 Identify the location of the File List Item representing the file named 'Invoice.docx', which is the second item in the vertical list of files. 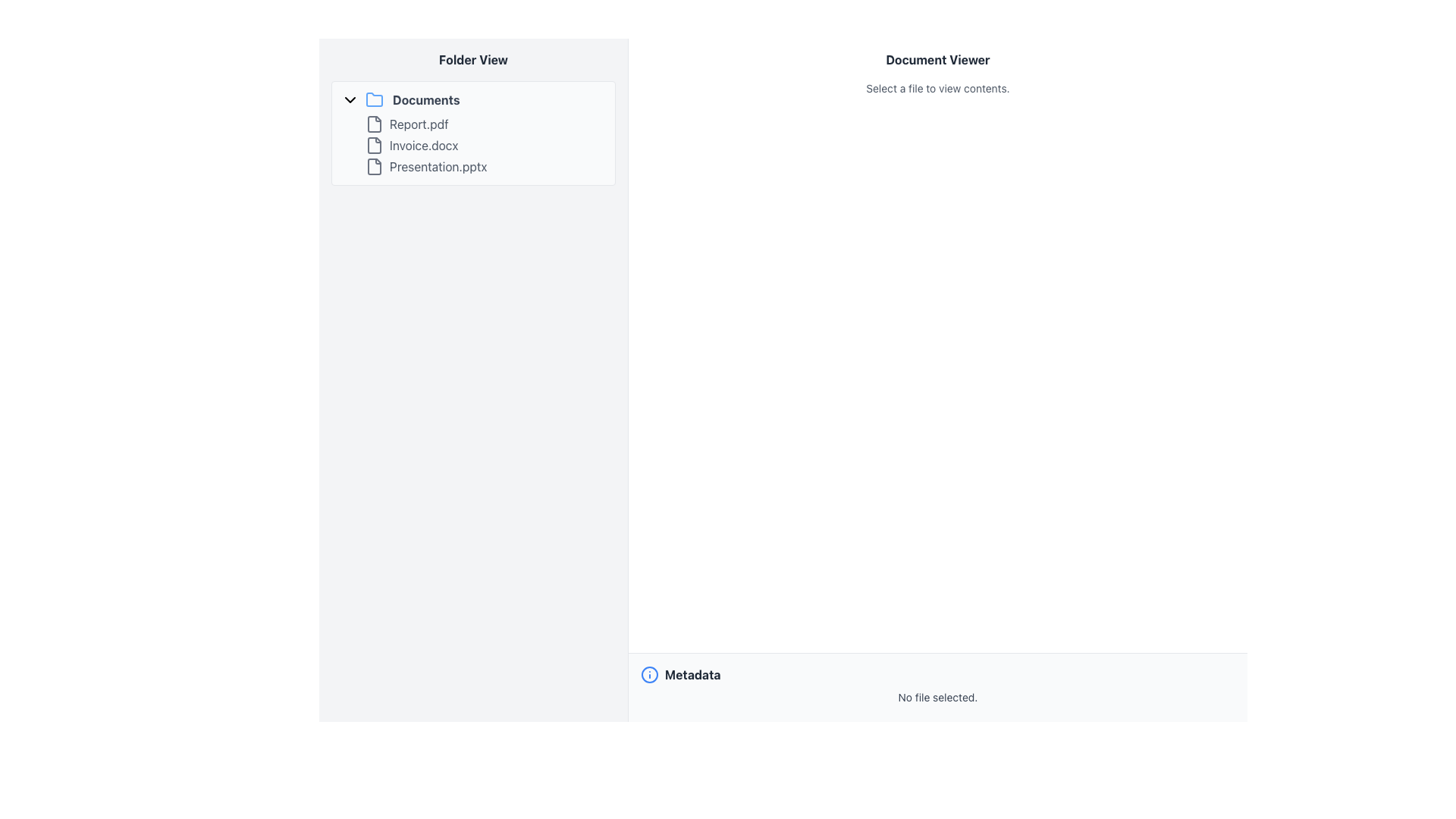
(485, 146).